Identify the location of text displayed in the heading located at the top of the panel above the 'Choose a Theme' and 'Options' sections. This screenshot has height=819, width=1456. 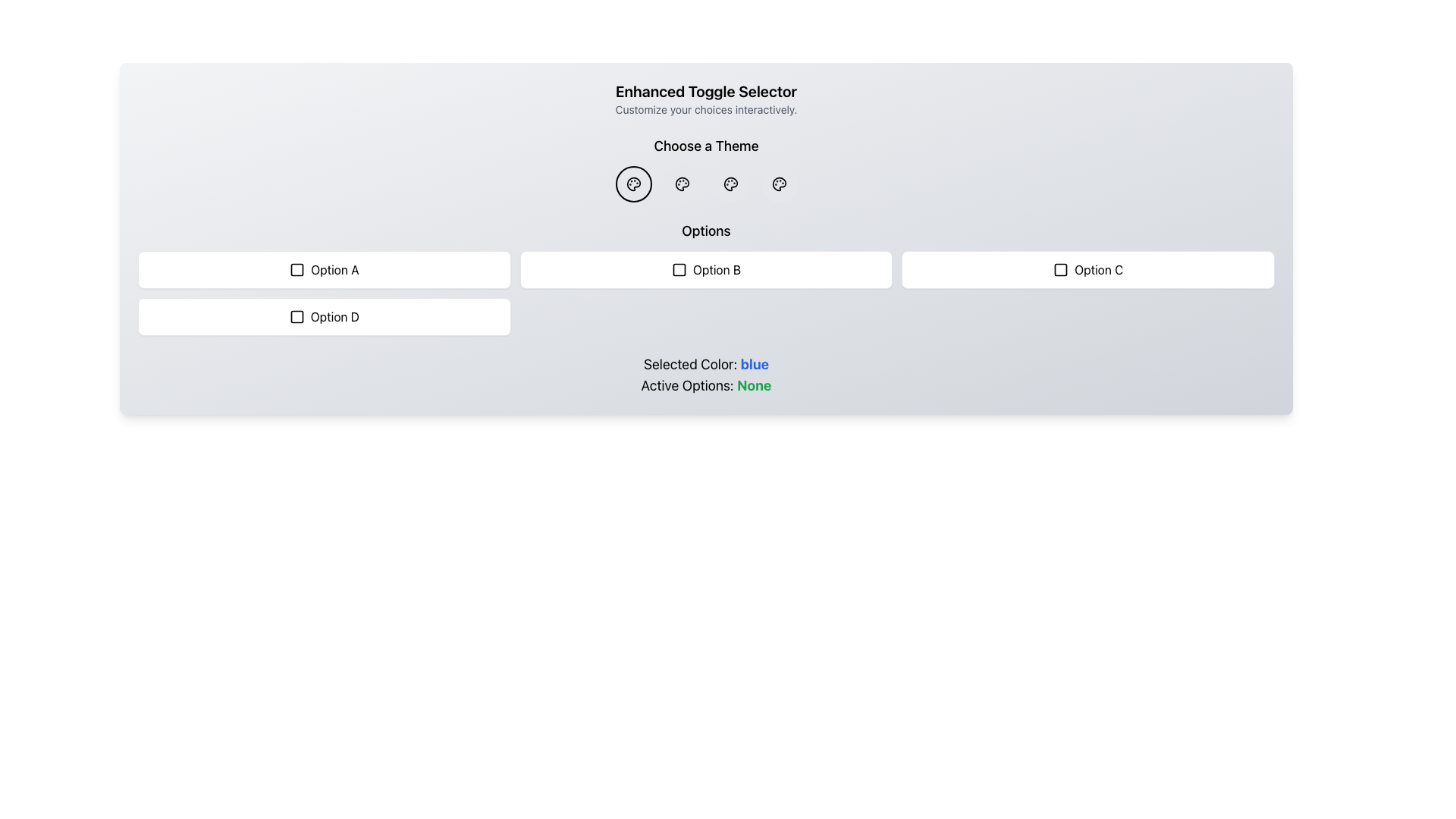
(705, 99).